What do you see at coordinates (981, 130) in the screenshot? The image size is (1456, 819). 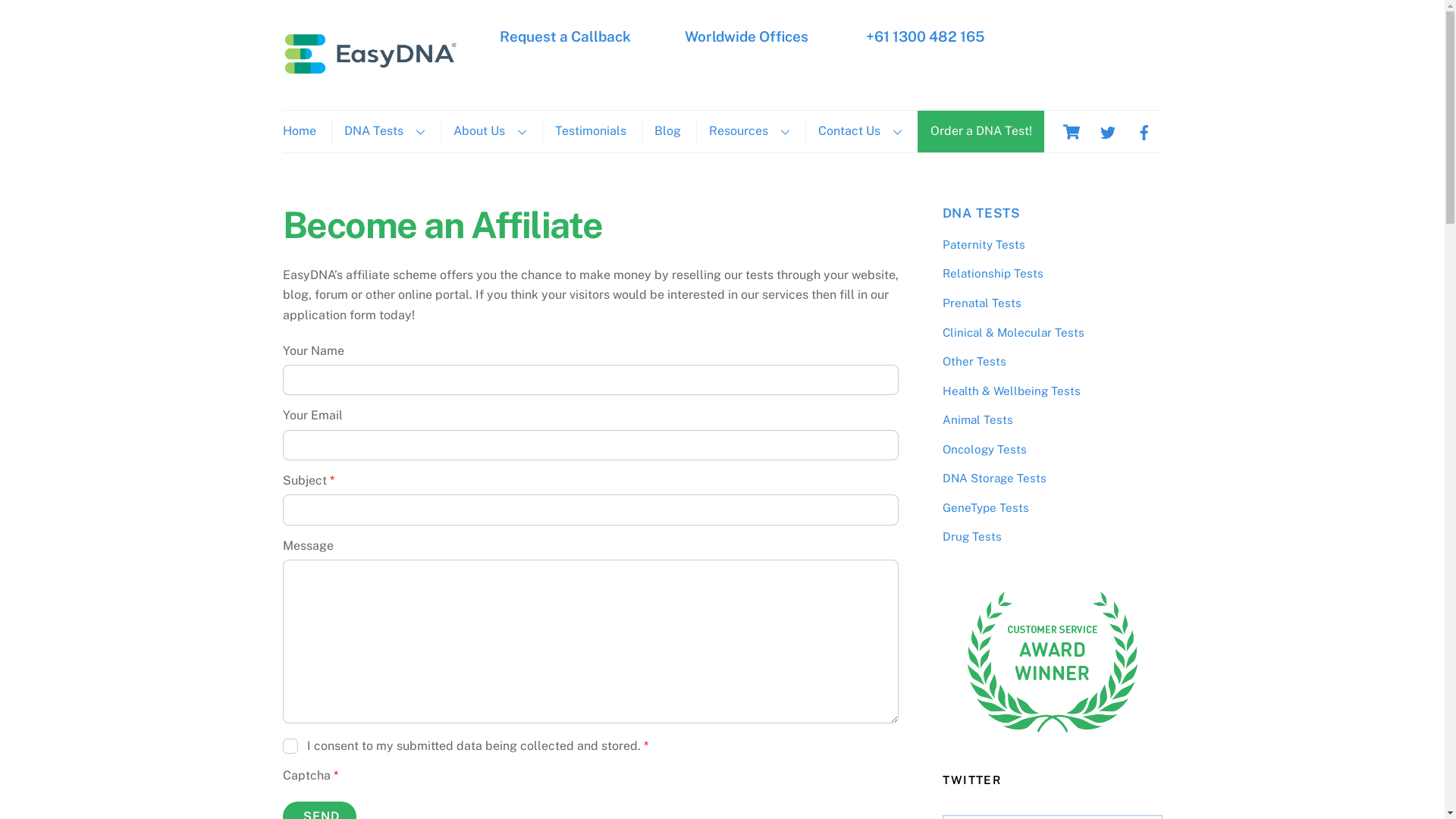 I see `'Order a DNA Test!'` at bounding box center [981, 130].